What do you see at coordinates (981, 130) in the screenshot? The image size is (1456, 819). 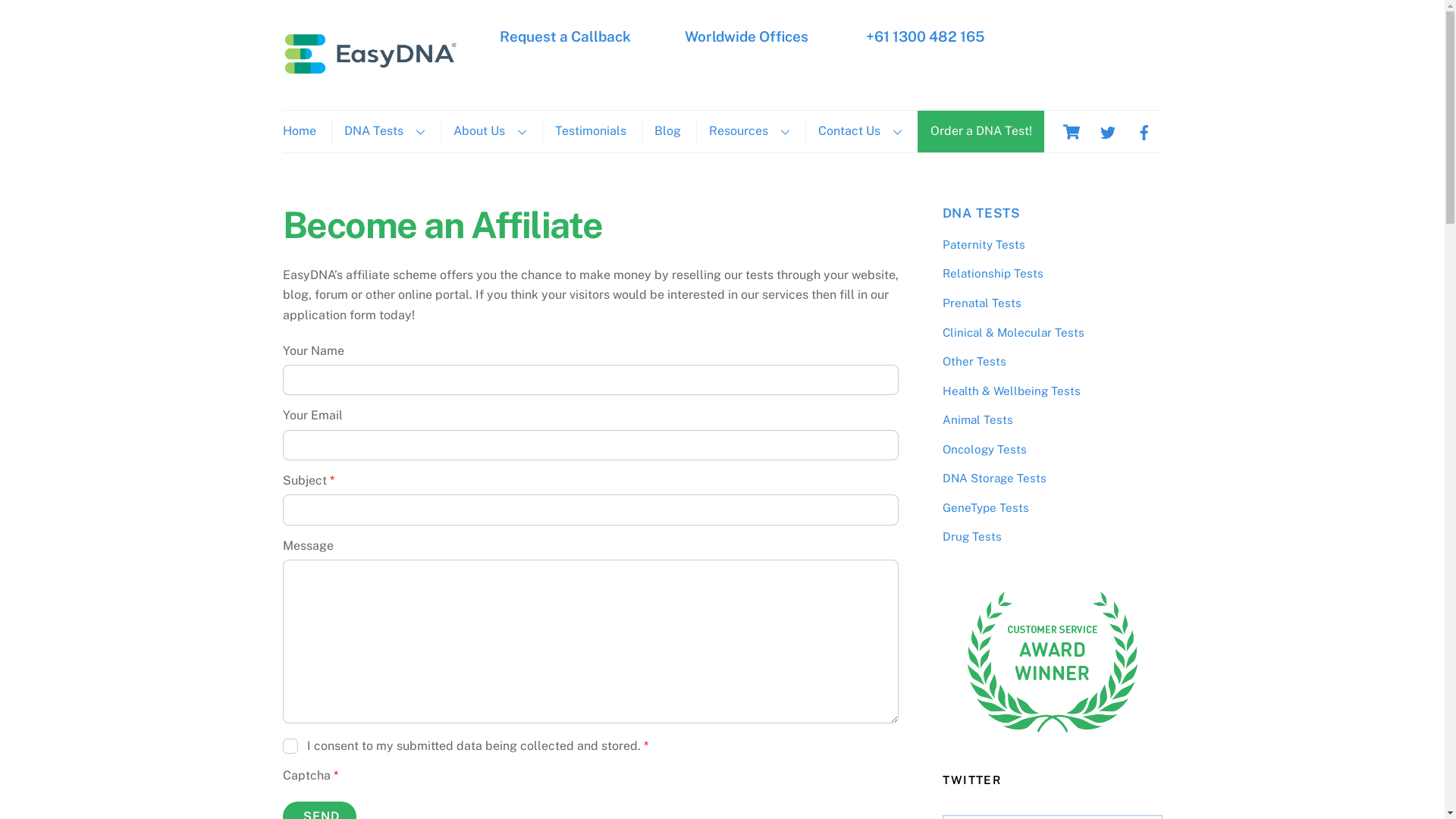 I see `'Order a DNA Test!'` at bounding box center [981, 130].